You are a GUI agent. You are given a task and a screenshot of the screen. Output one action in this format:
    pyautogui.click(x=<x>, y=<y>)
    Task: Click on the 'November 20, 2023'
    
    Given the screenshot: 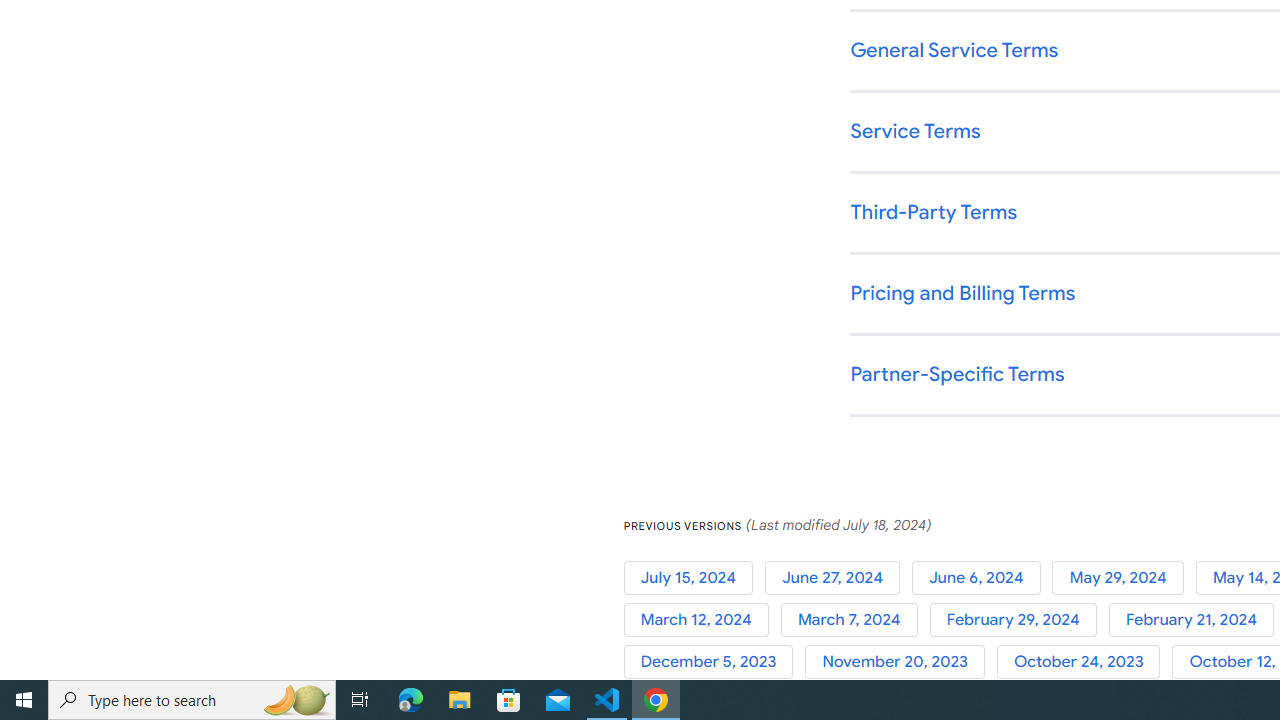 What is the action you would take?
    pyautogui.click(x=900, y=662)
    